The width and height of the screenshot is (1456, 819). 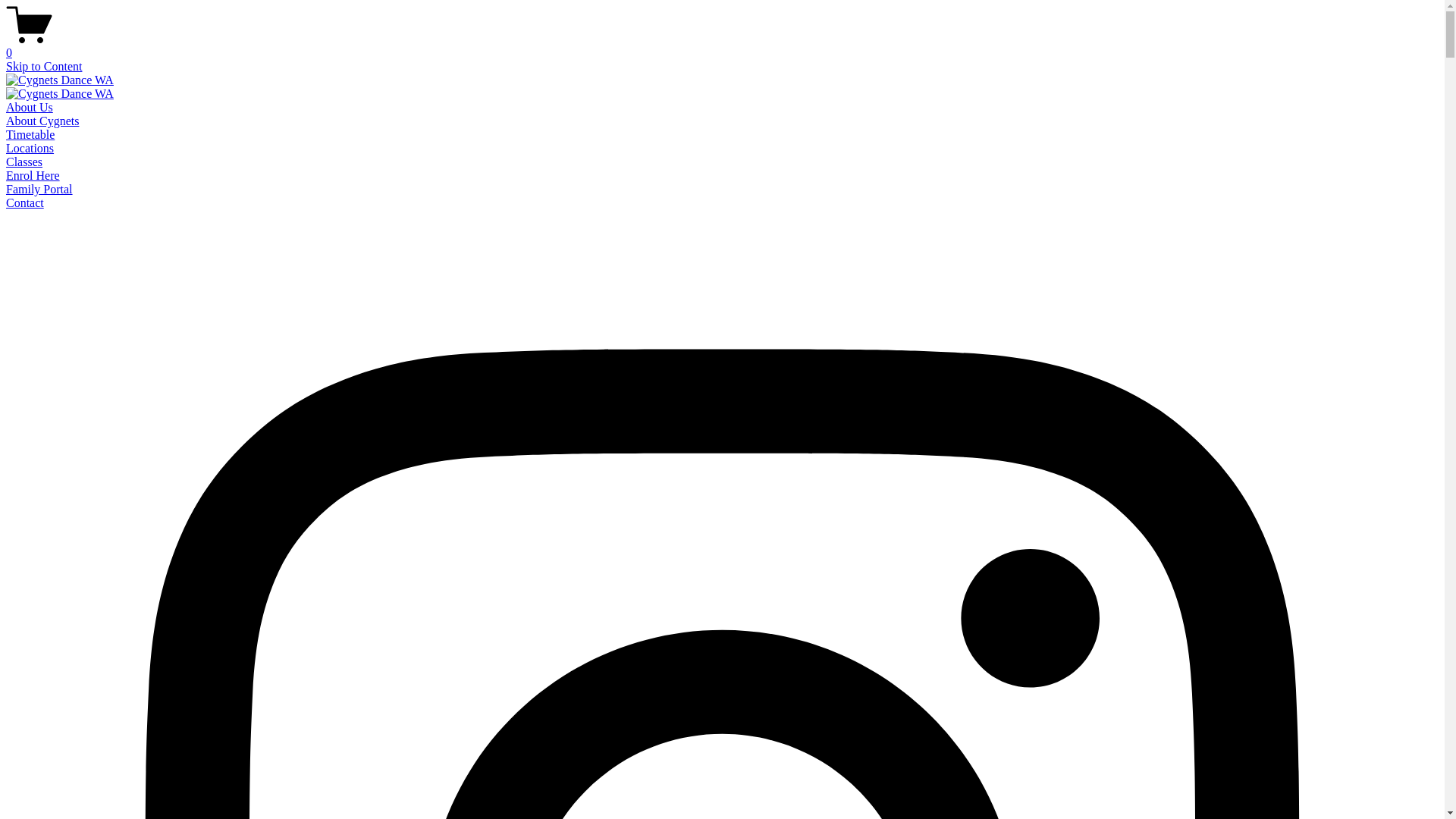 I want to click on 'Skip to Content', so click(x=43, y=65).